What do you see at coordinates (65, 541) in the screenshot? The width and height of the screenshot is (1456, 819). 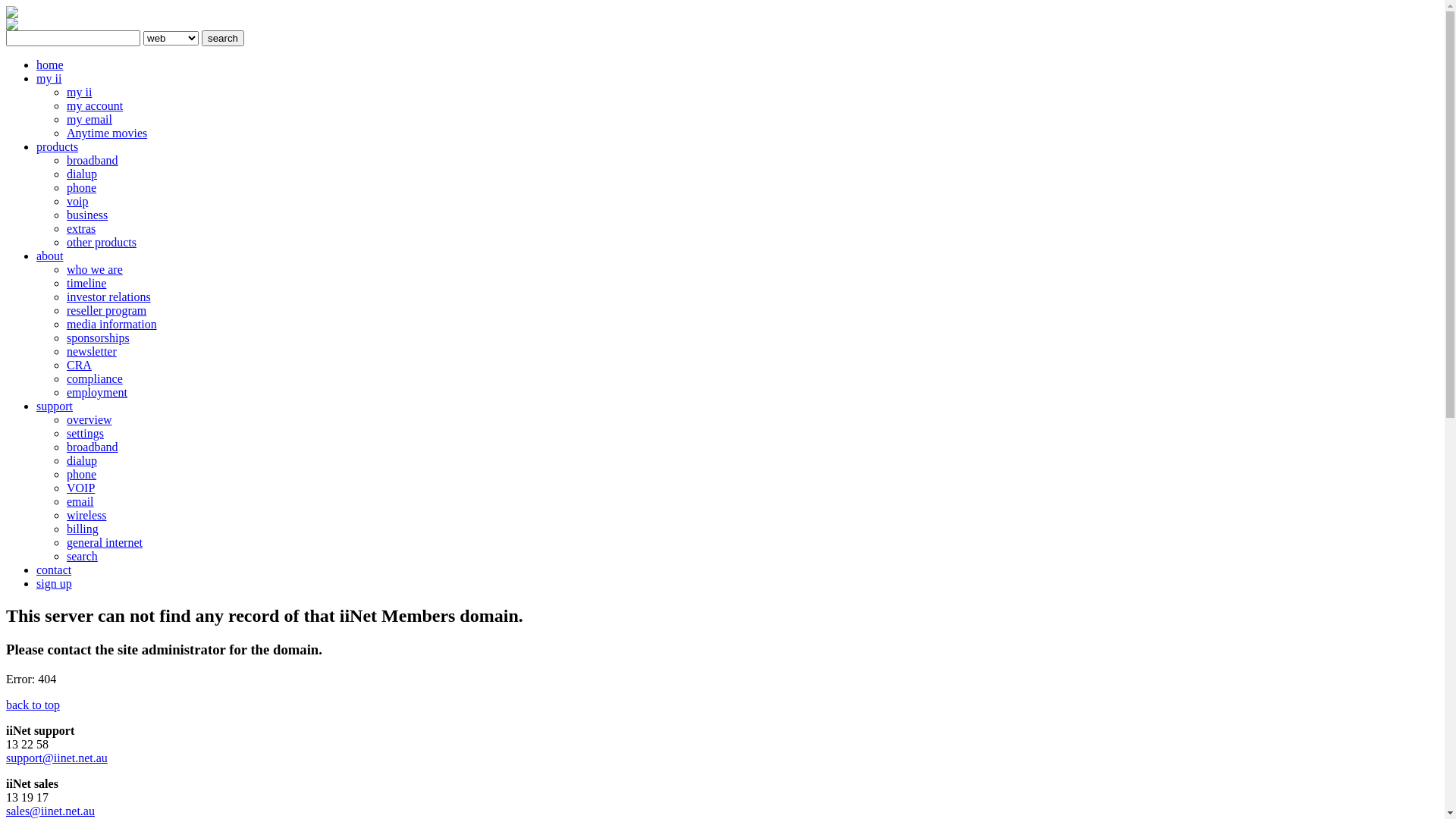 I see `'general internet'` at bounding box center [65, 541].